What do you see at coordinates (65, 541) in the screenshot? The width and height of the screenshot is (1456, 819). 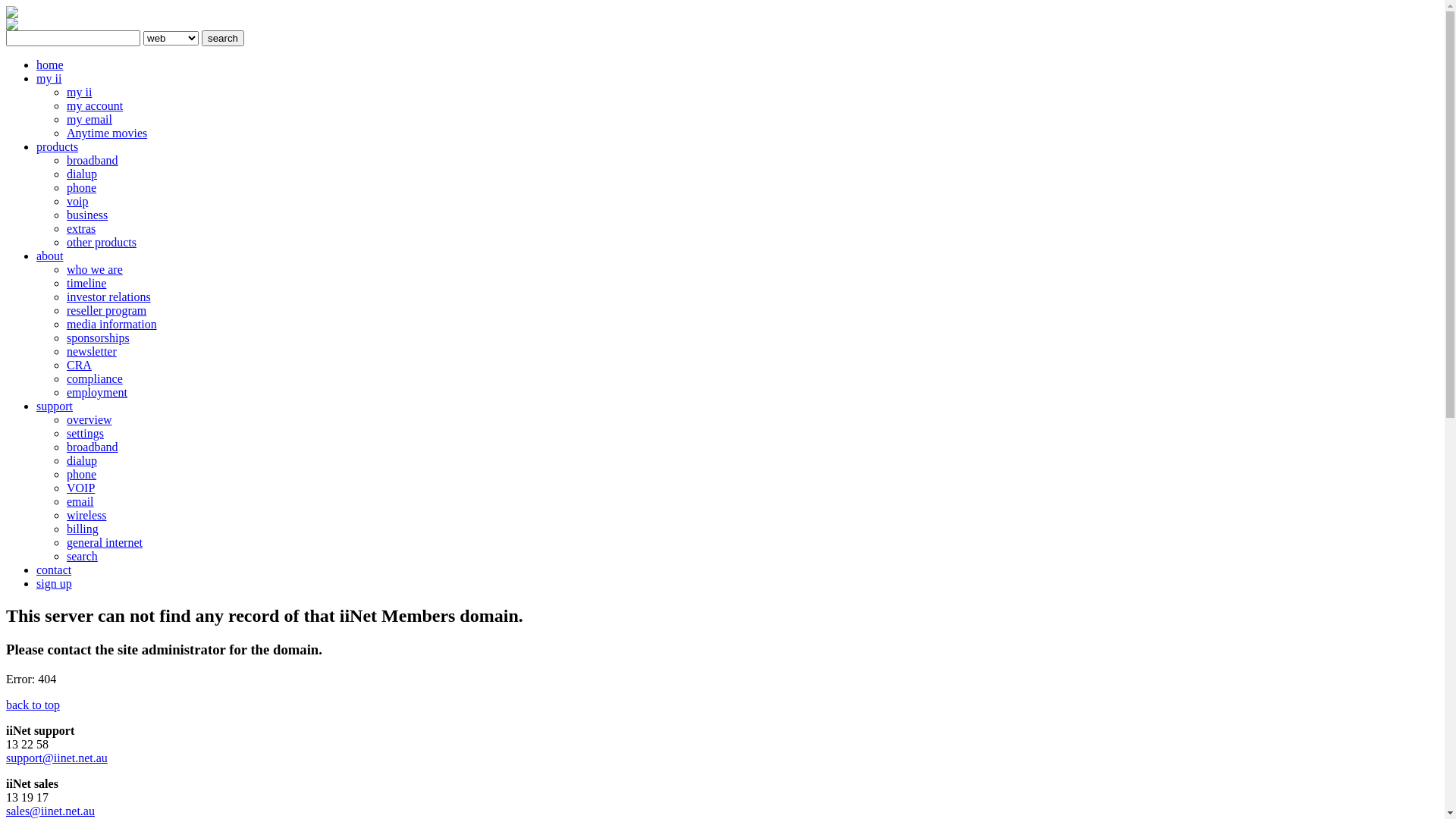 I see `'general internet'` at bounding box center [65, 541].